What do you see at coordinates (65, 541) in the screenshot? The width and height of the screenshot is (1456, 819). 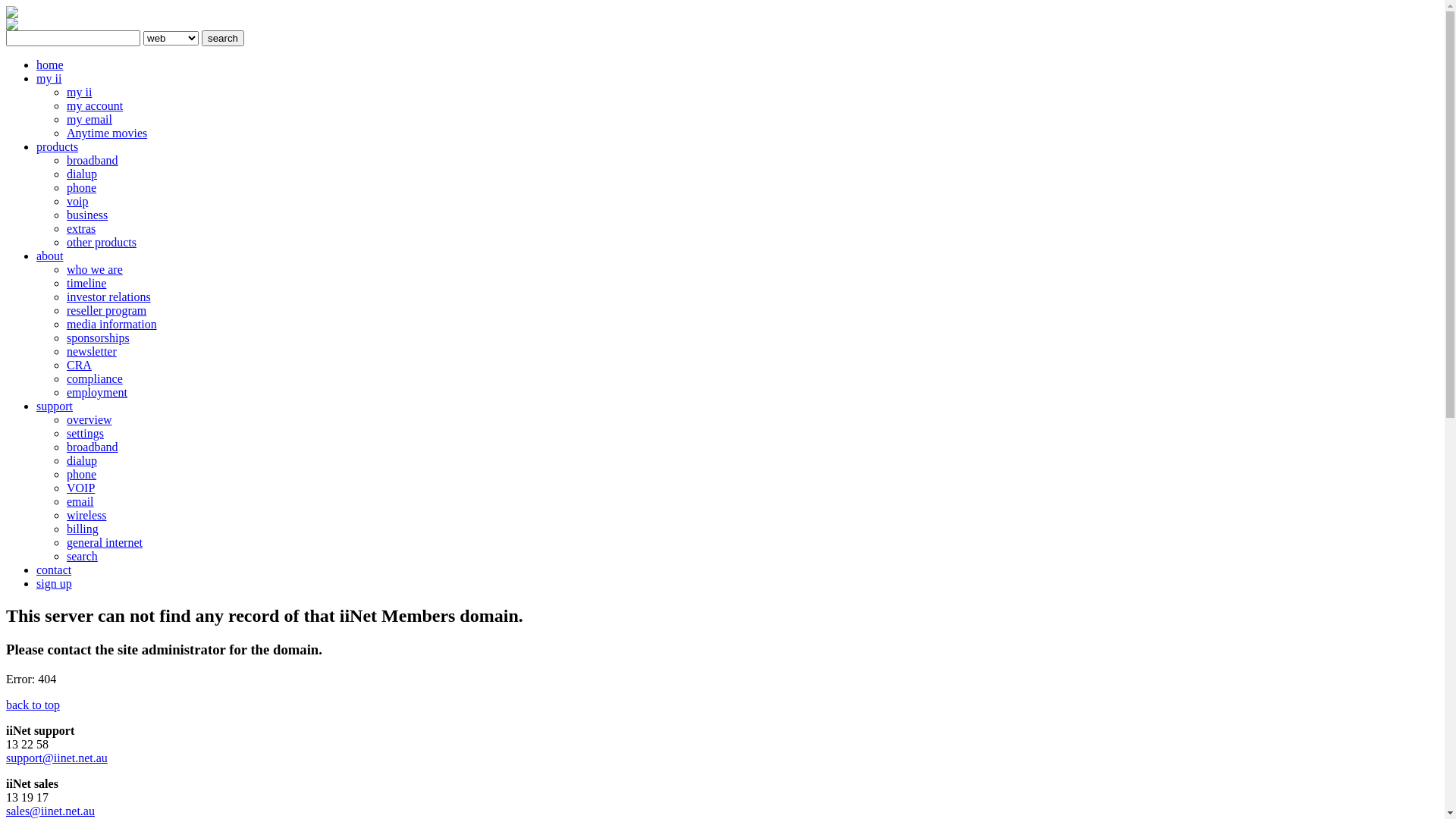 I see `'general internet'` at bounding box center [65, 541].